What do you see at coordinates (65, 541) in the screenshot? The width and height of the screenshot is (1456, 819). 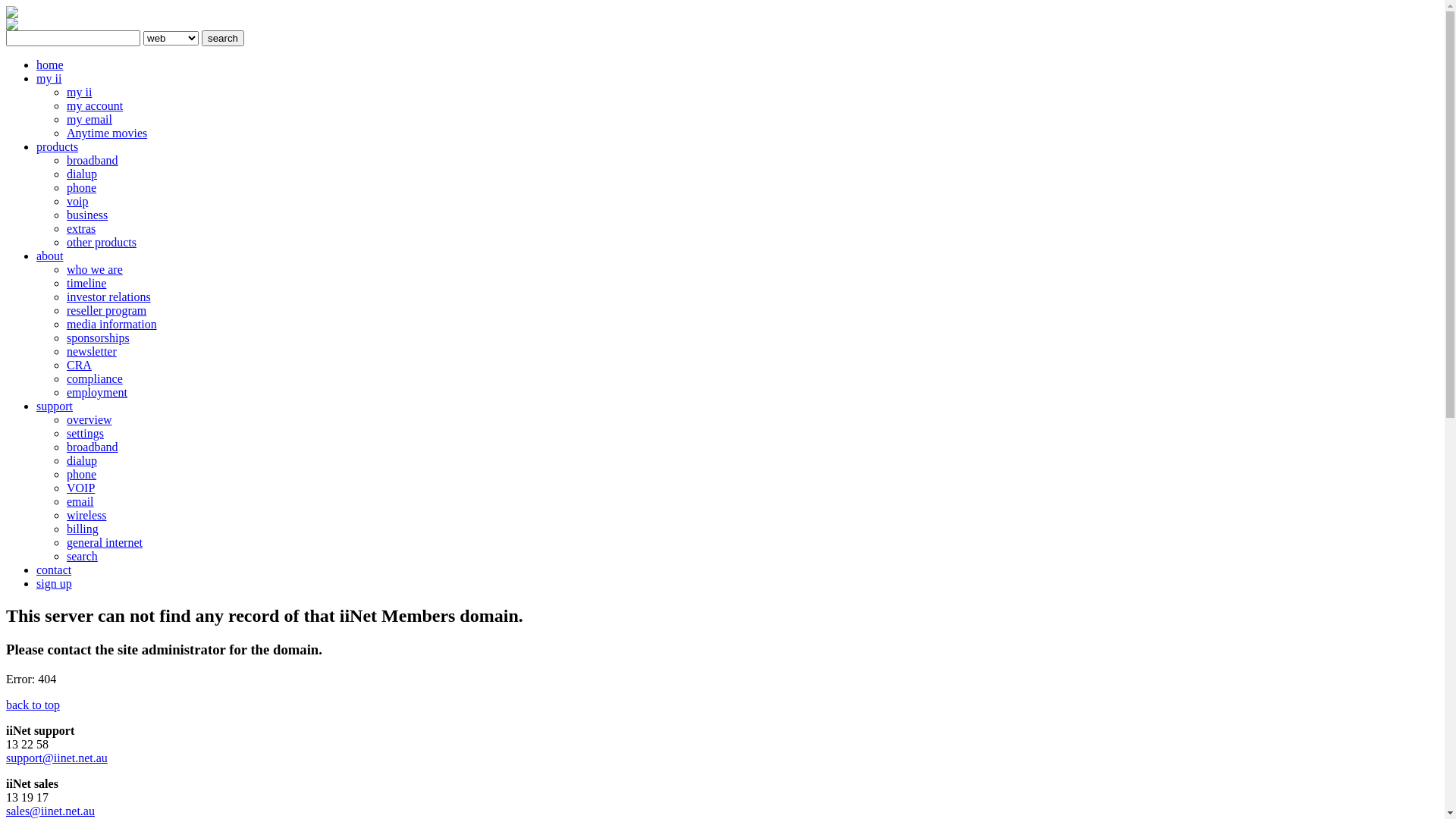 I see `'general internet'` at bounding box center [65, 541].